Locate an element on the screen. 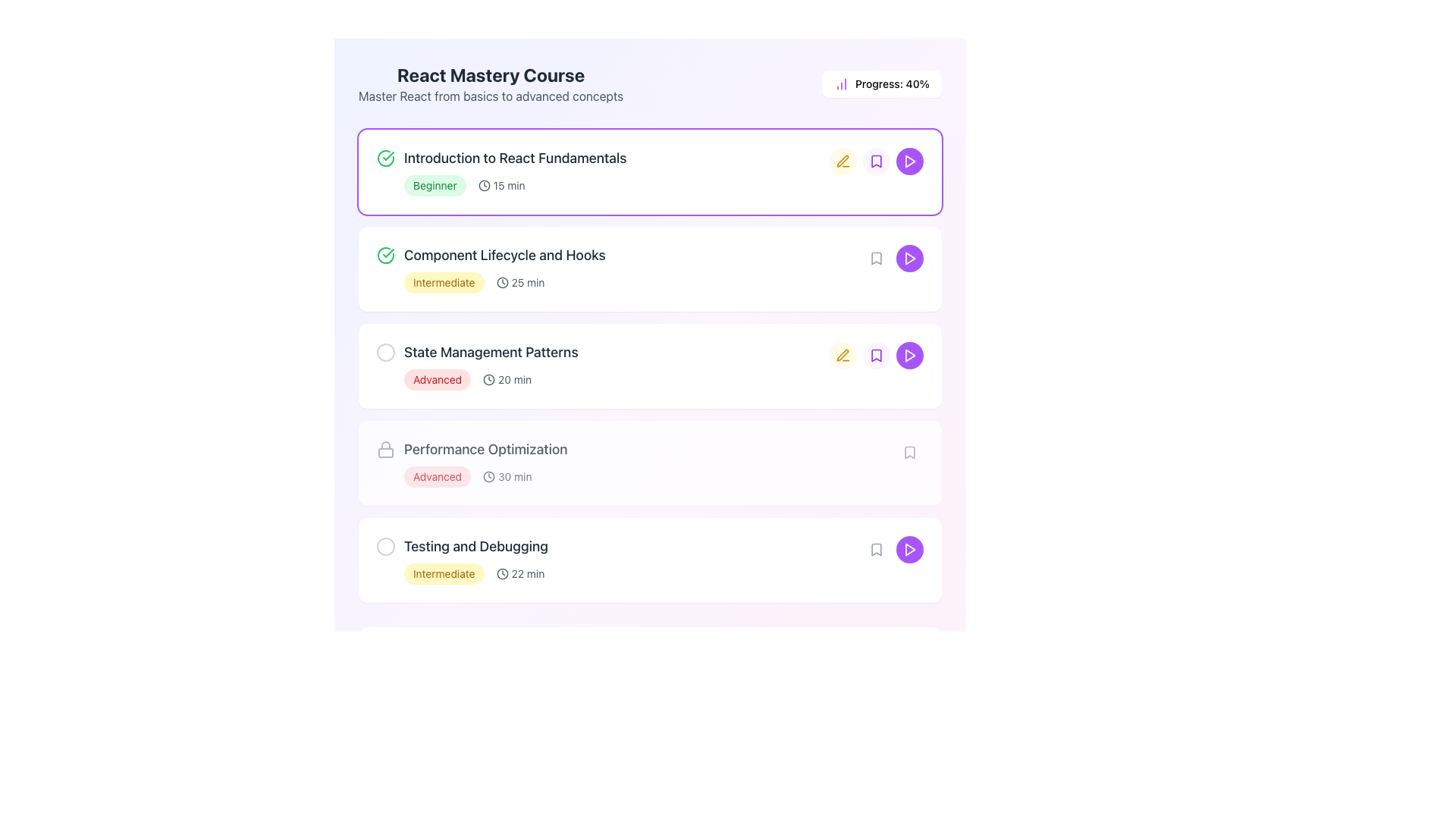  circular boundary of the clock icon located immediately left of the 'Component Lifecycle and Hooks' section title is located at coordinates (489, 475).